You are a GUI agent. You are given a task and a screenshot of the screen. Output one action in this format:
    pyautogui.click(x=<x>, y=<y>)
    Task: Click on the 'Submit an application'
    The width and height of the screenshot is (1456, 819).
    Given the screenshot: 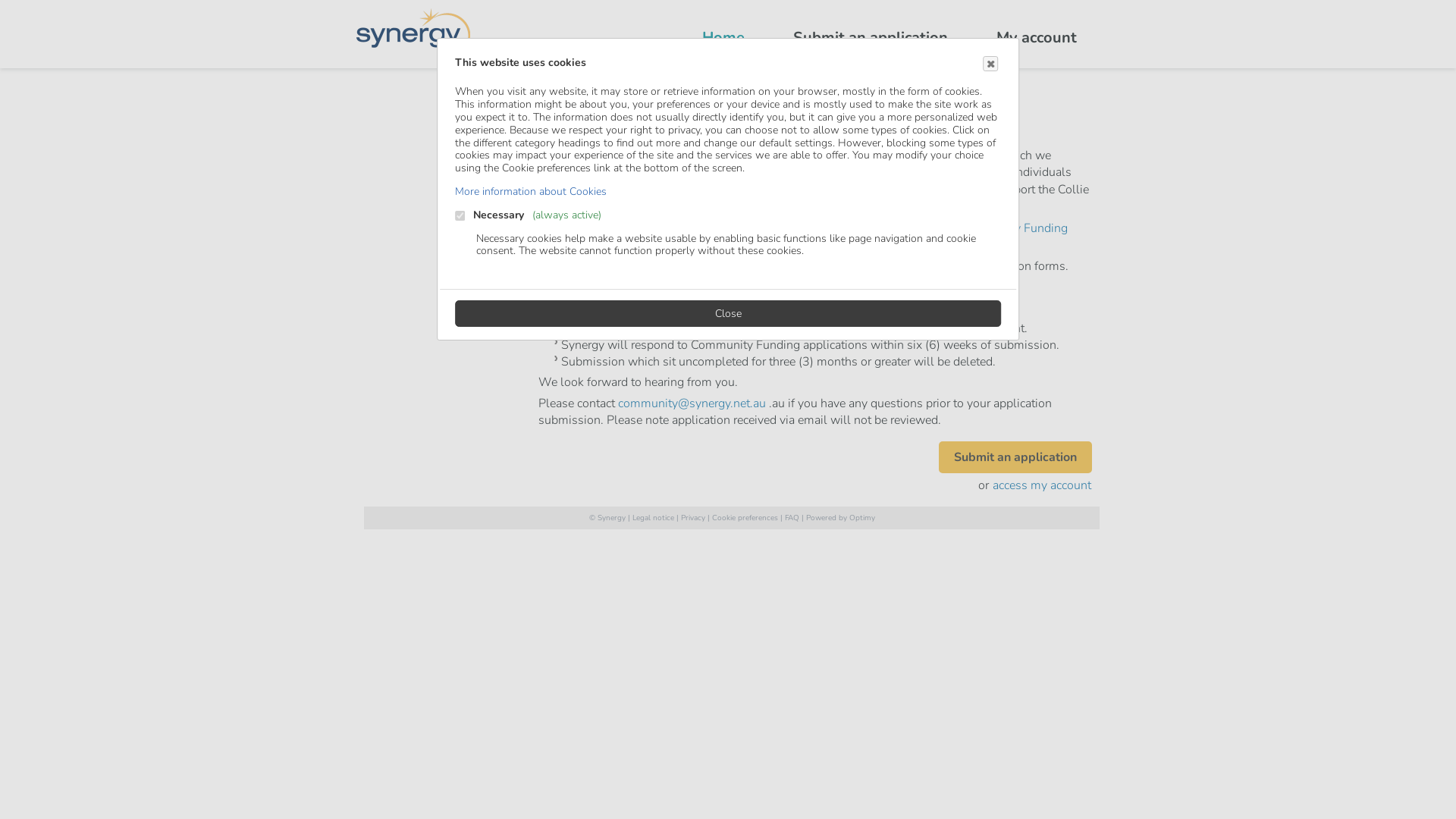 What is the action you would take?
    pyautogui.click(x=870, y=37)
    